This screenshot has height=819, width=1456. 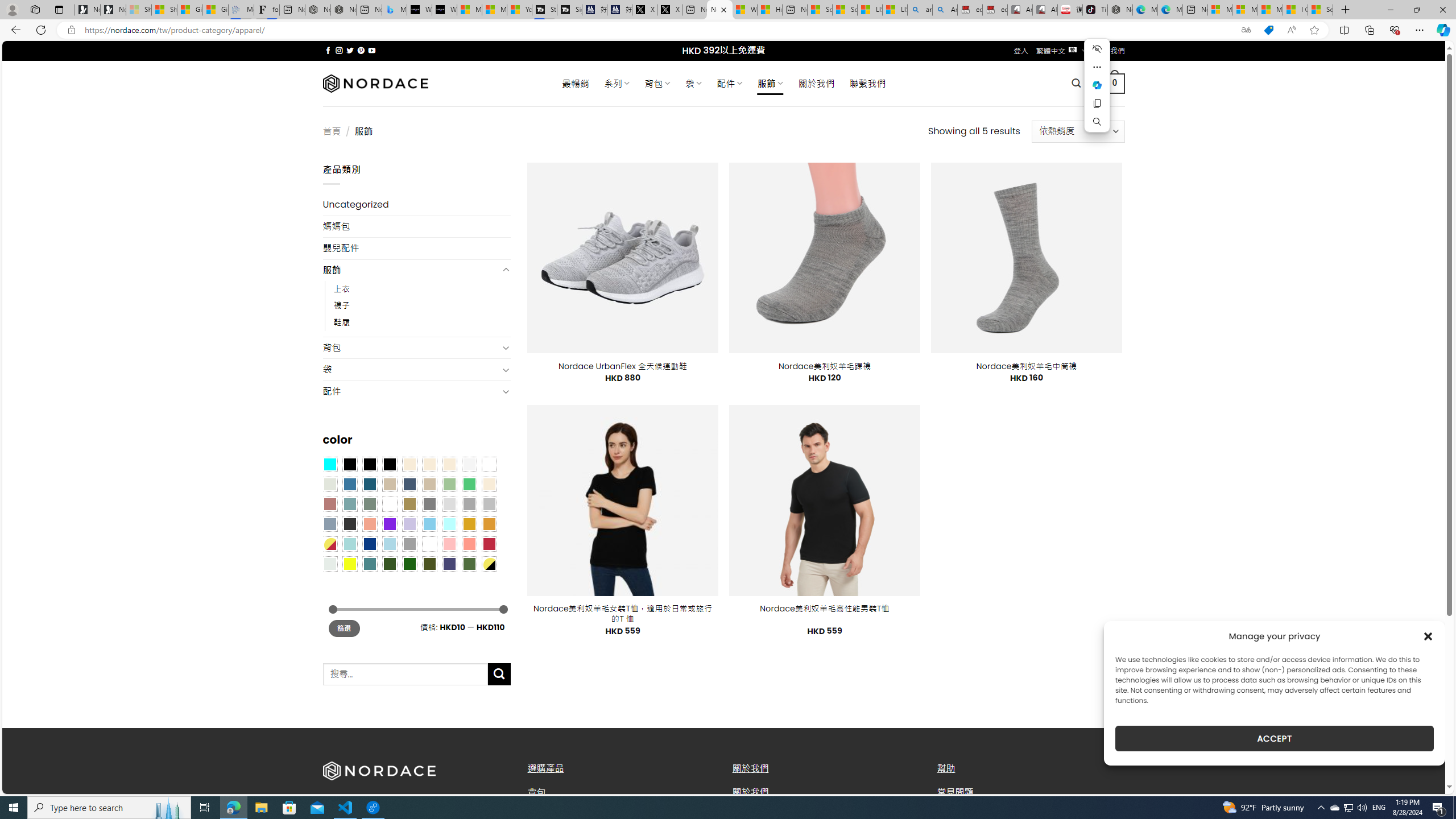 What do you see at coordinates (449, 464) in the screenshot?
I see `'Cream'` at bounding box center [449, 464].